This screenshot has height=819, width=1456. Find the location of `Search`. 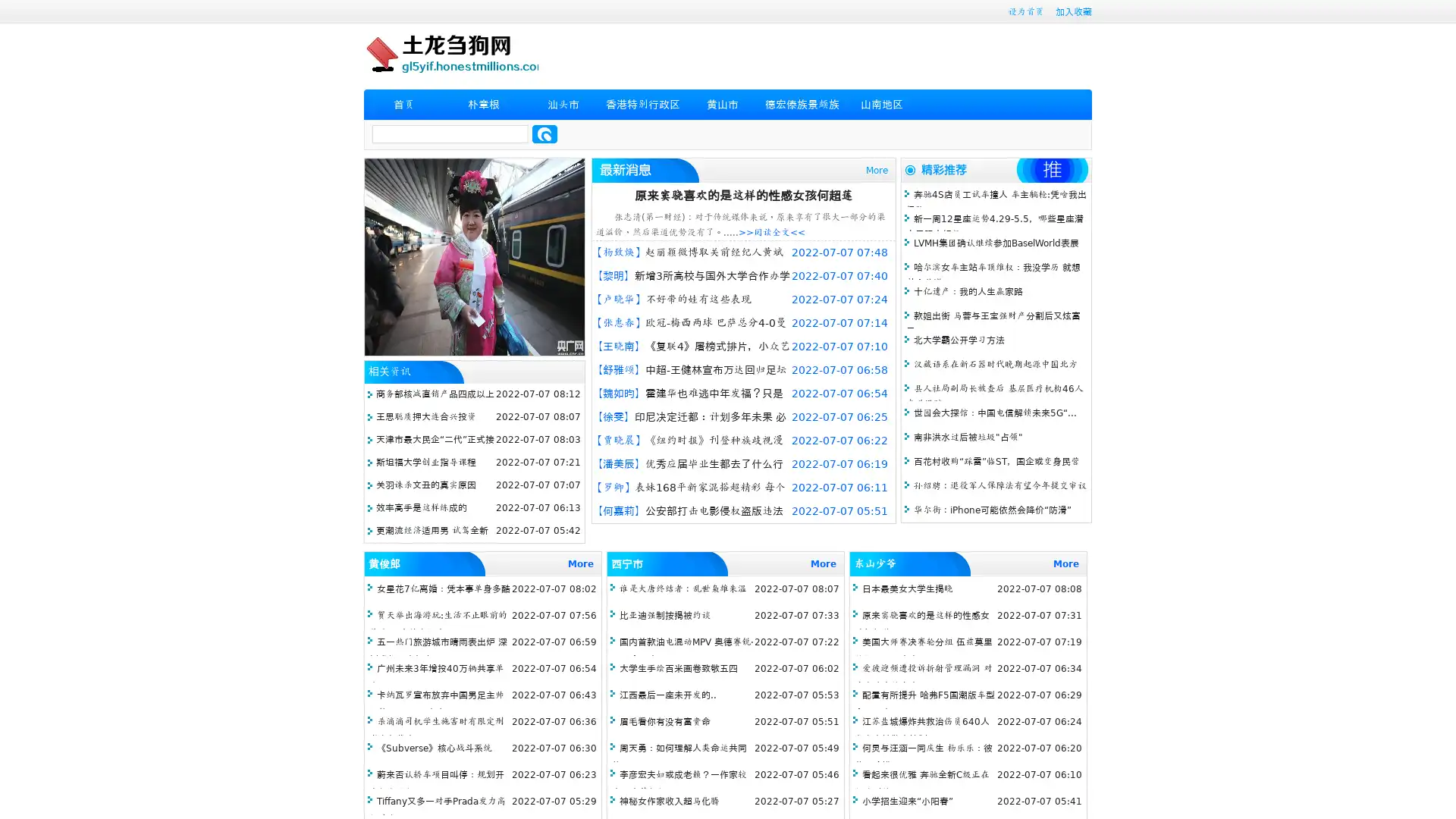

Search is located at coordinates (544, 133).